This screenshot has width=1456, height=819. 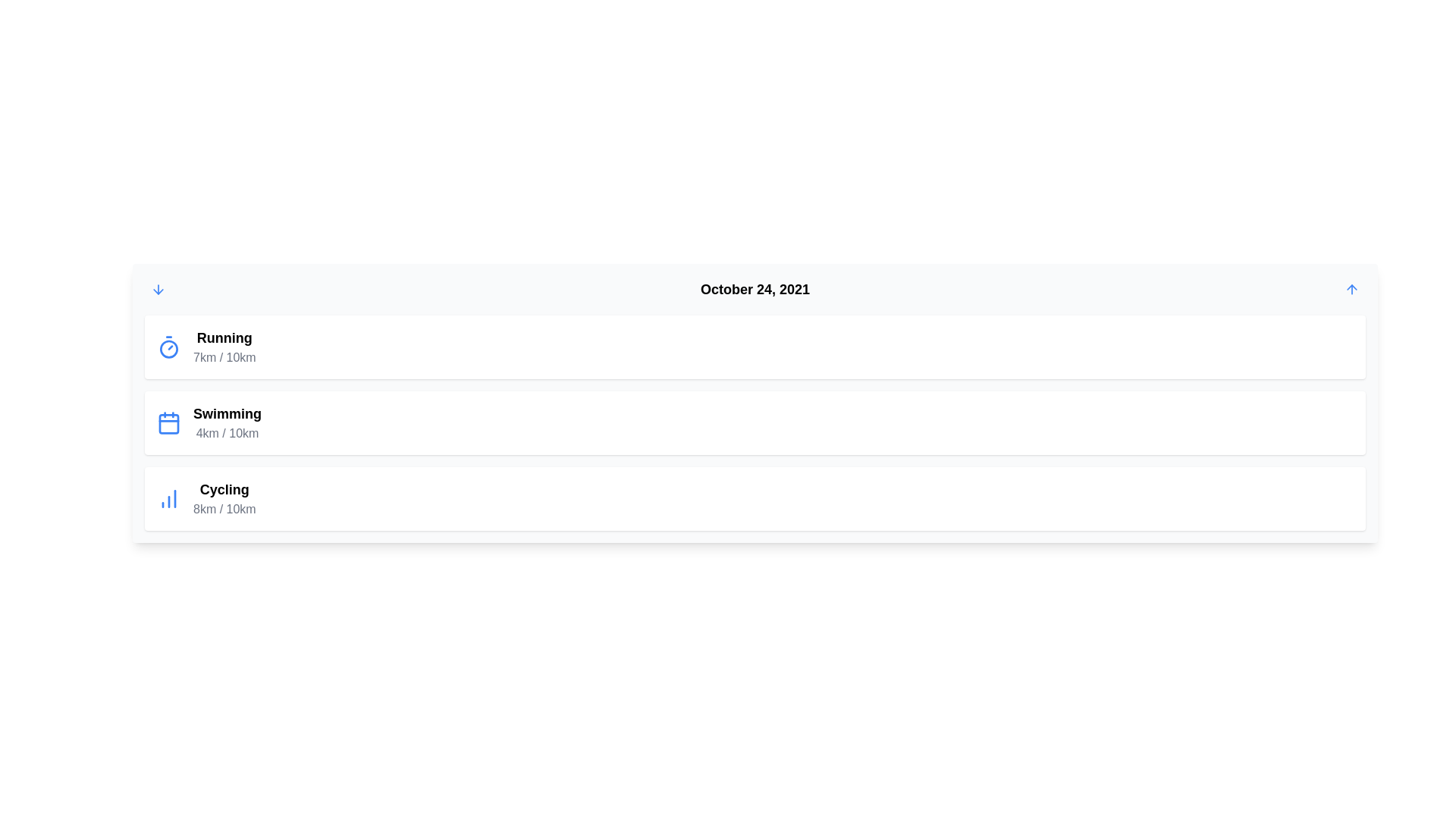 What do you see at coordinates (224, 357) in the screenshot?
I see `the informational text label indicating progress, which shows that 7 kilometers out of 10 have been completed, positioned below the 'Running' header` at bounding box center [224, 357].